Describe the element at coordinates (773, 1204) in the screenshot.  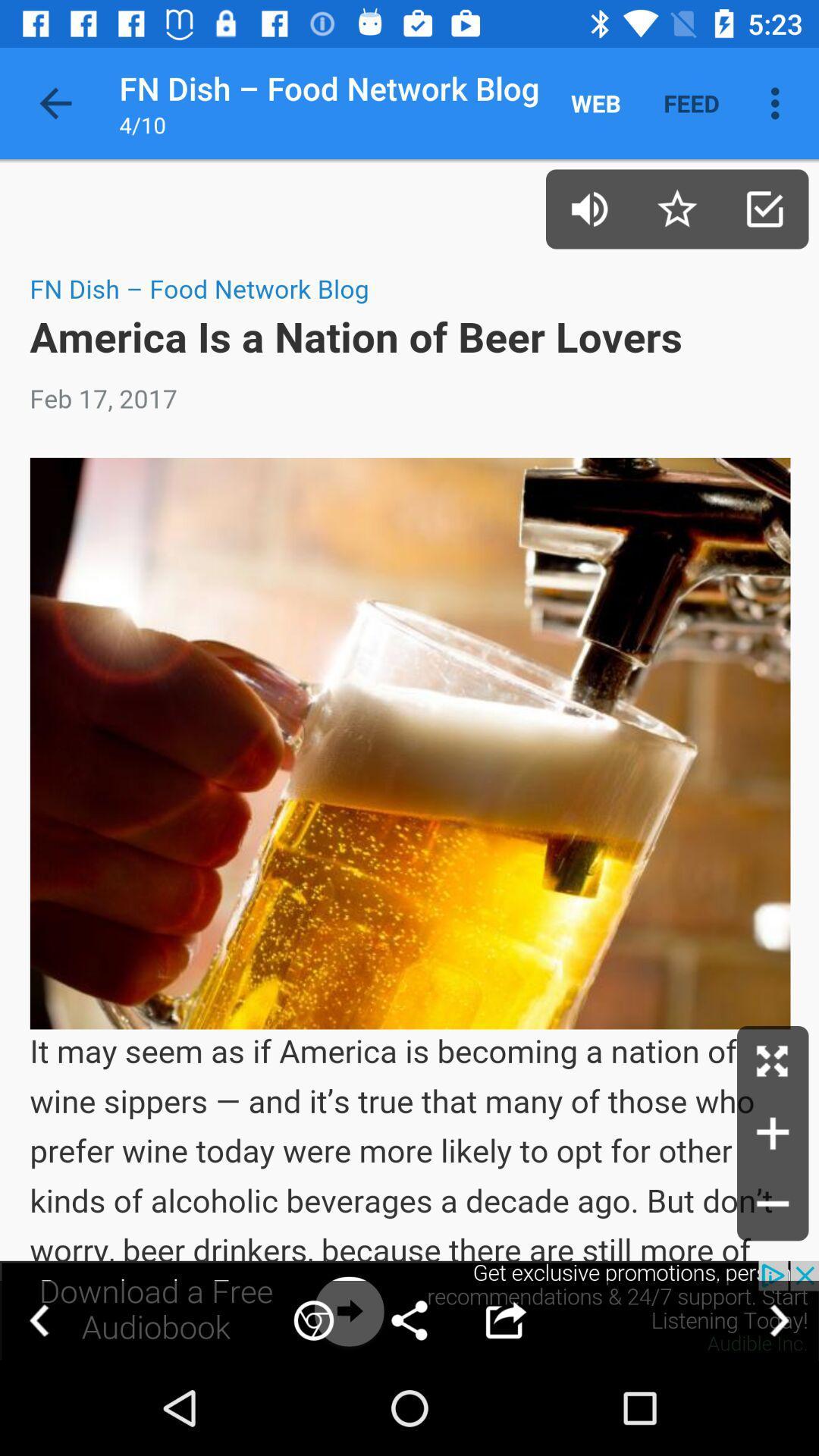
I see `zoom out` at that location.